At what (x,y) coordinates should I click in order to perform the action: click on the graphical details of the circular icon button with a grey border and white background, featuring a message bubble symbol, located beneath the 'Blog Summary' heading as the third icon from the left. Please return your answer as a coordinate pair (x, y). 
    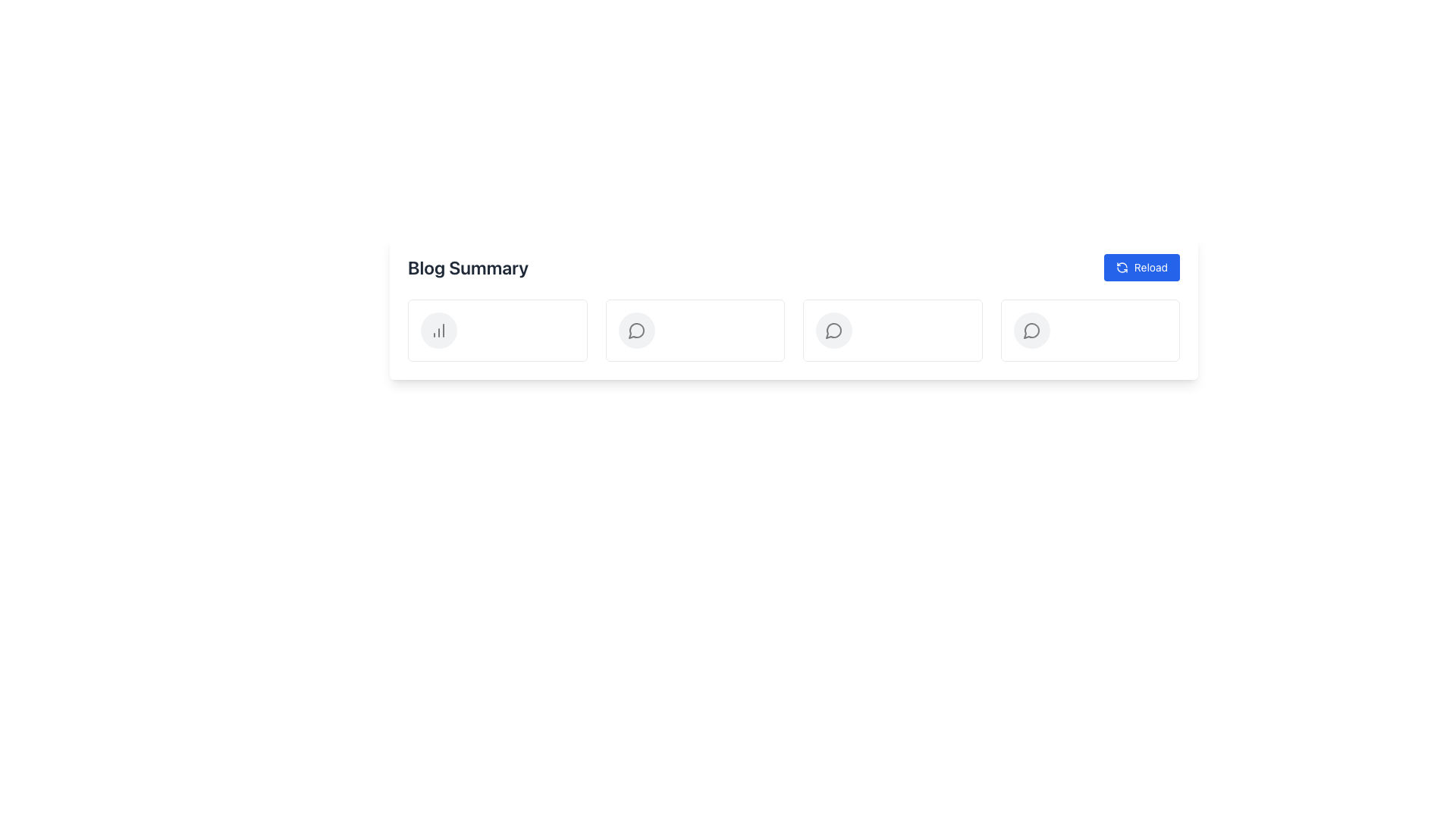
    Looking at the image, I should click on (636, 329).